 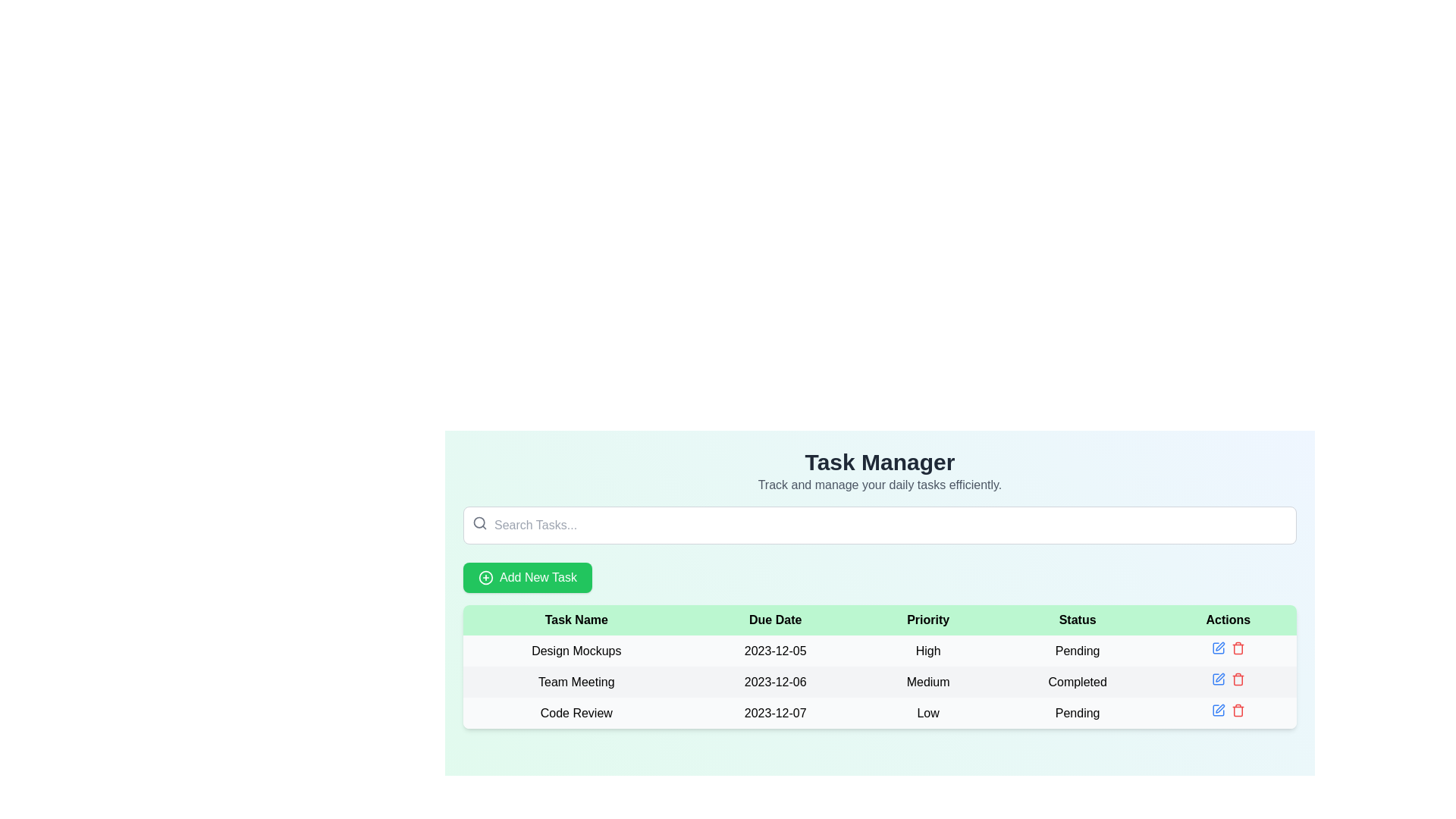 I want to click on the 'Actions' text label, which is a rectangular text field with a light green background and bold black text, located at the right end of the header row of a task table, so click(x=1228, y=620).